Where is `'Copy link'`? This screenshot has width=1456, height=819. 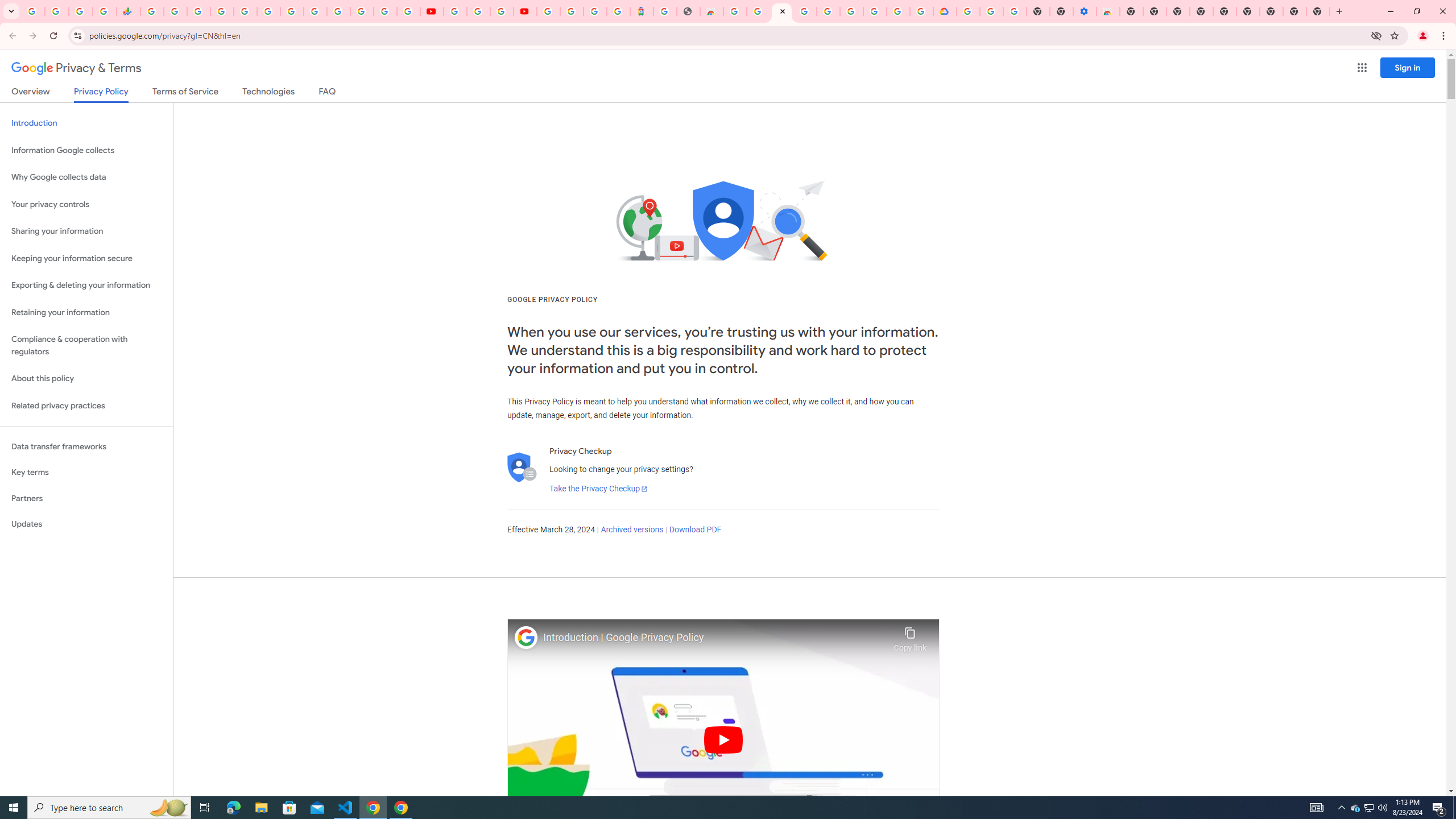
'Copy link' is located at coordinates (909, 636).